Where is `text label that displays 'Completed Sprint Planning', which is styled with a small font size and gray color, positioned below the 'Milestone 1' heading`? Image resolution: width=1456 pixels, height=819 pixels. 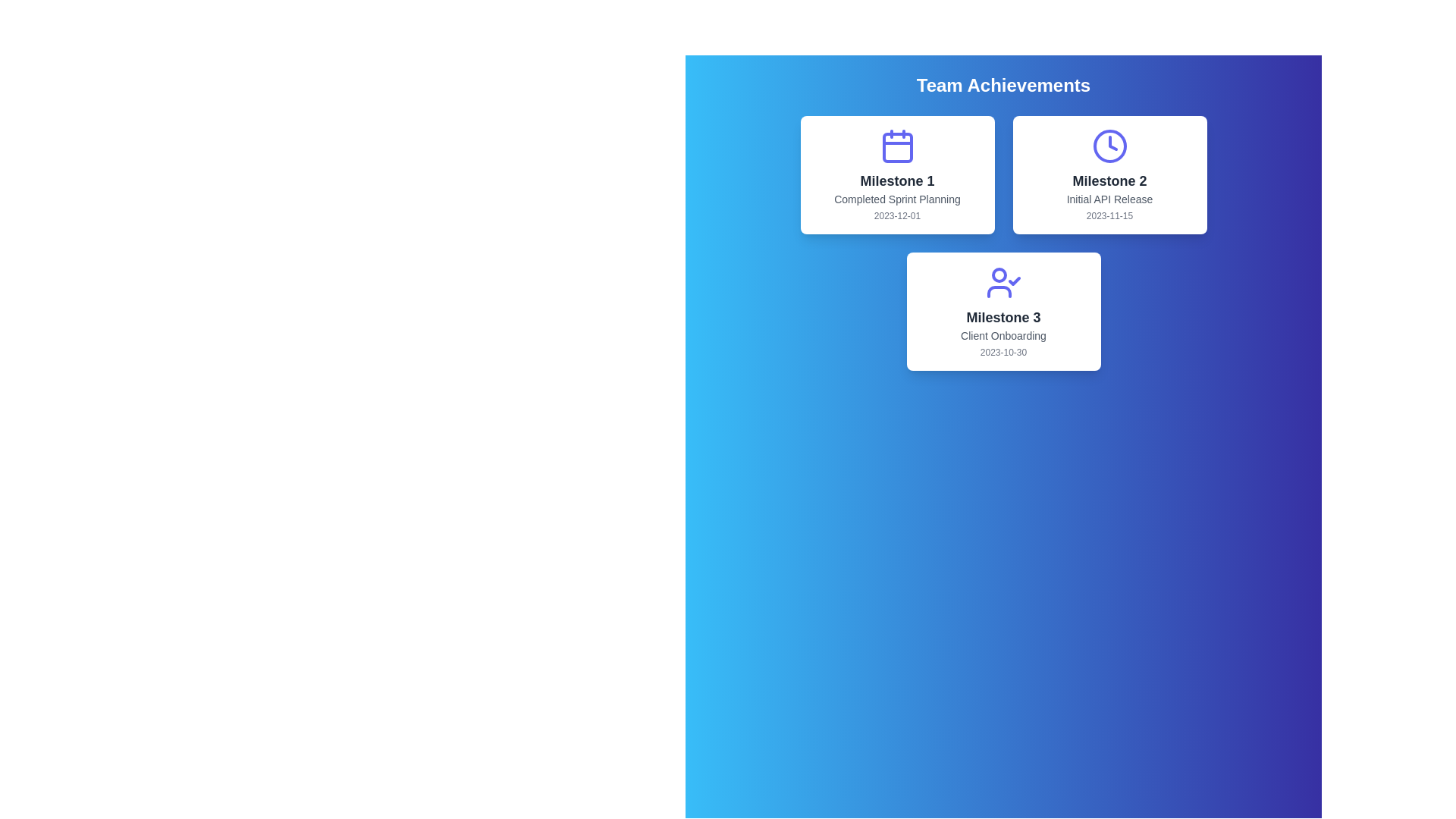
text label that displays 'Completed Sprint Planning', which is styled with a small font size and gray color, positioned below the 'Milestone 1' heading is located at coordinates (897, 198).